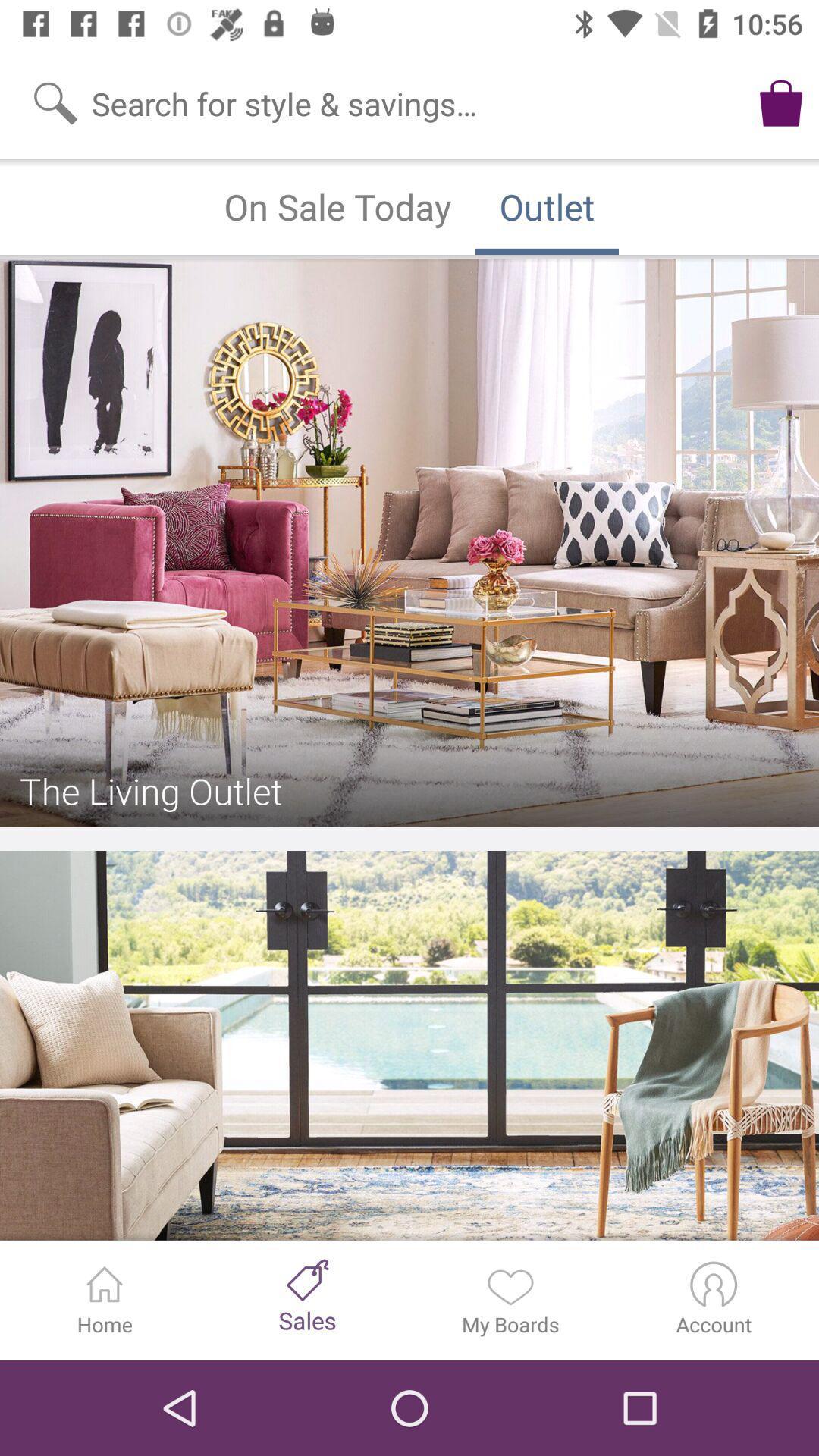 This screenshot has width=819, height=1456. What do you see at coordinates (307, 1279) in the screenshot?
I see `the icon above sales` at bounding box center [307, 1279].